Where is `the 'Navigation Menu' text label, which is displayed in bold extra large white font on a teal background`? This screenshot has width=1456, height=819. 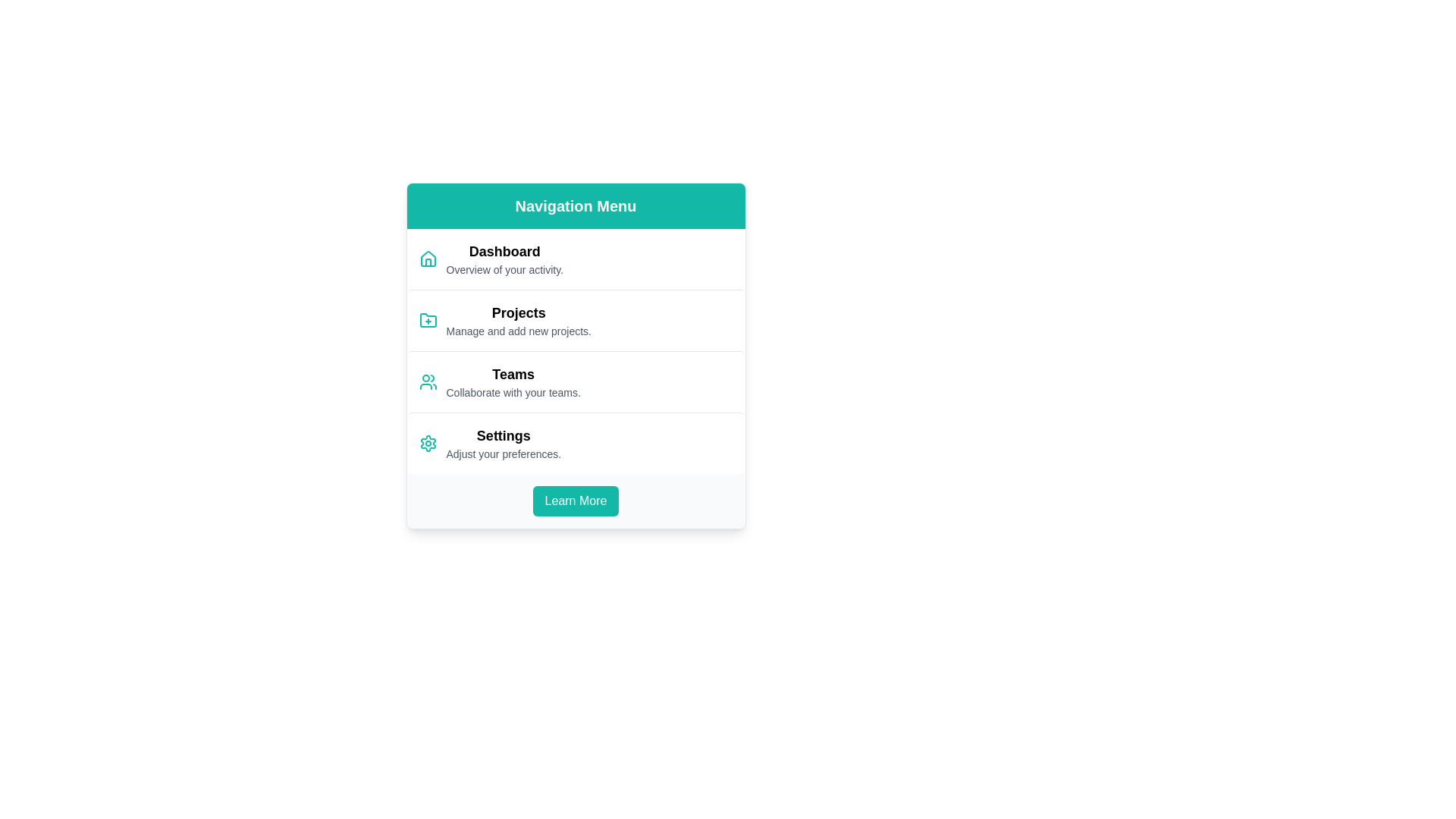
the 'Navigation Menu' text label, which is displayed in bold extra large white font on a teal background is located at coordinates (575, 206).